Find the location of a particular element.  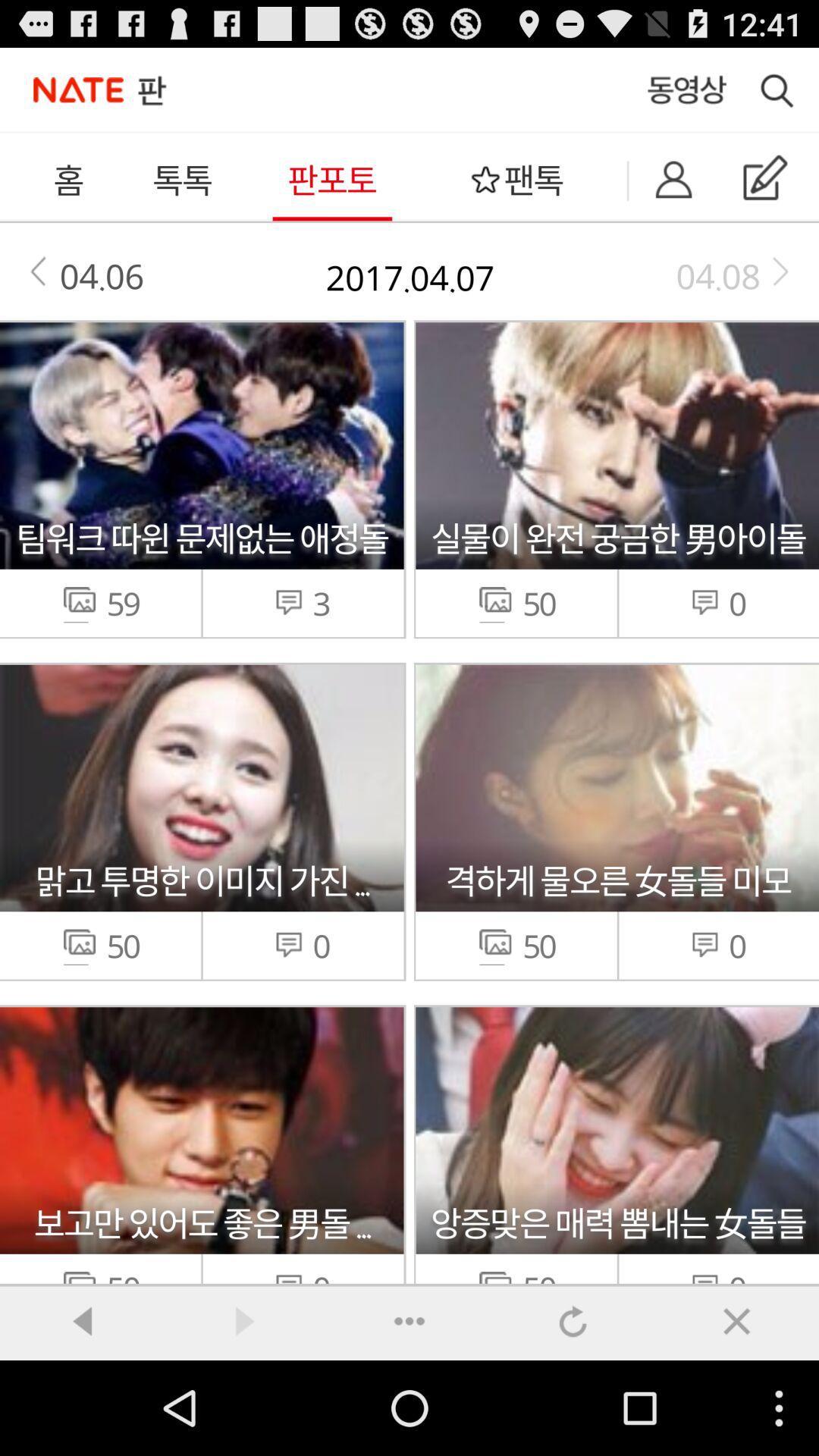

cancel is located at coordinates (736, 1320).